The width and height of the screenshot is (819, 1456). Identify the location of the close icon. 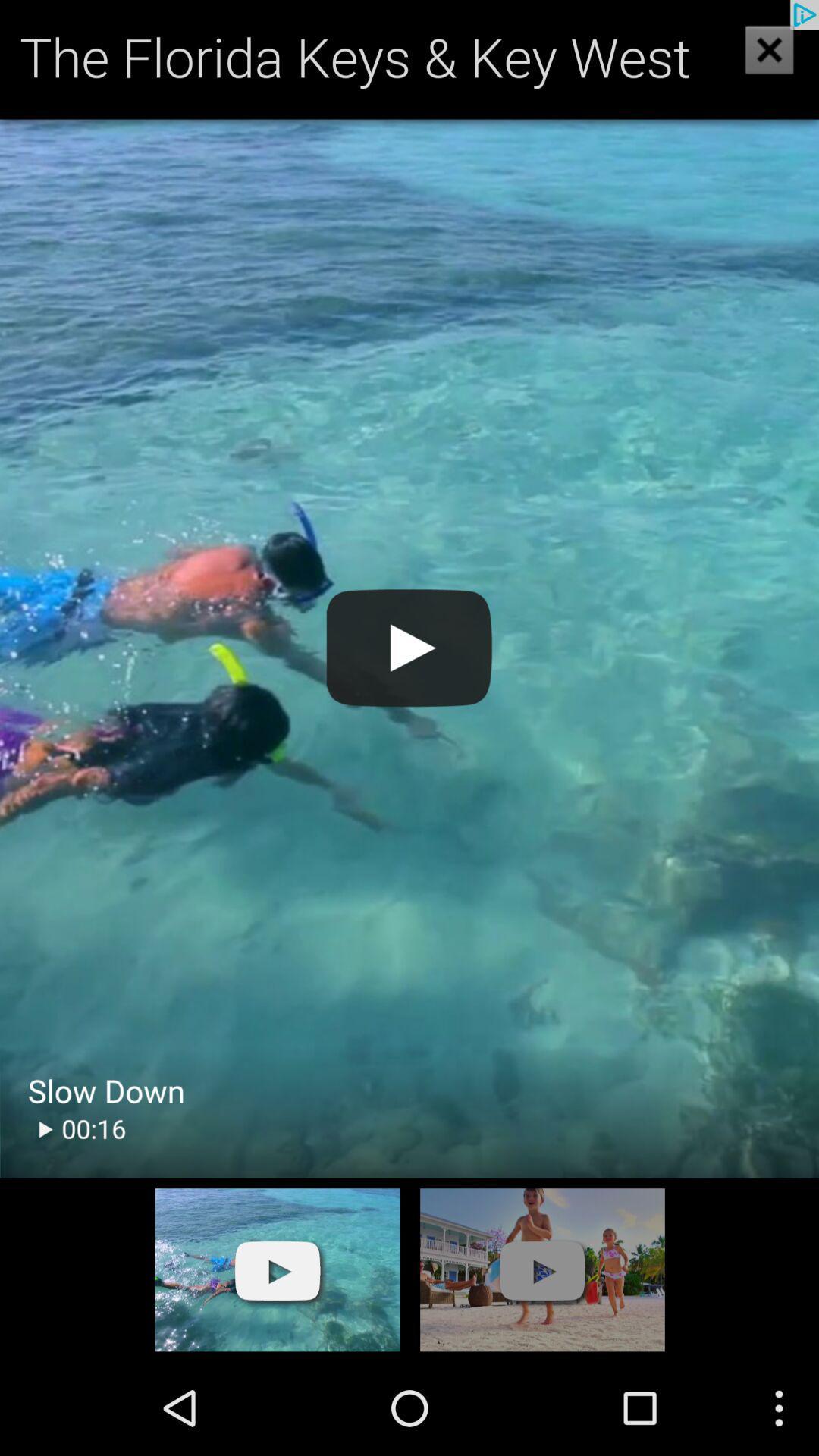
(769, 53).